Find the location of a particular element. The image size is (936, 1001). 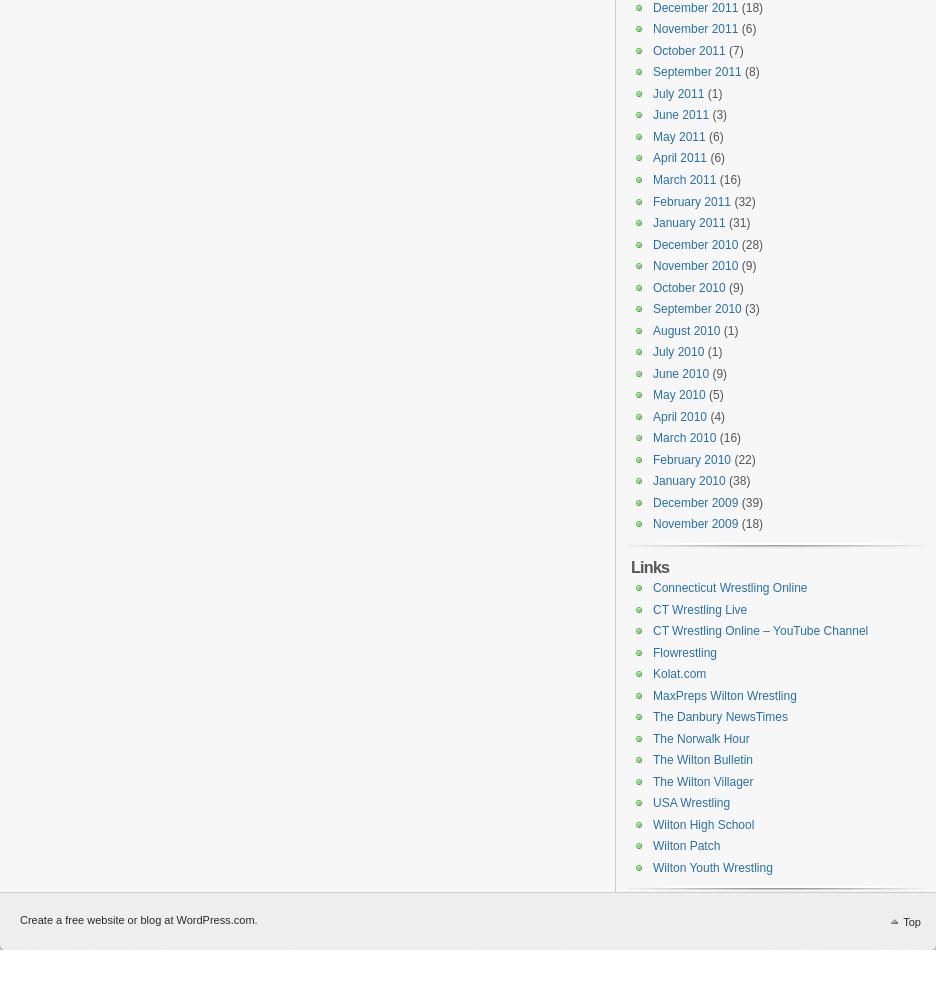

'CT Wrestling Online – YouTube Channel' is located at coordinates (760, 631).